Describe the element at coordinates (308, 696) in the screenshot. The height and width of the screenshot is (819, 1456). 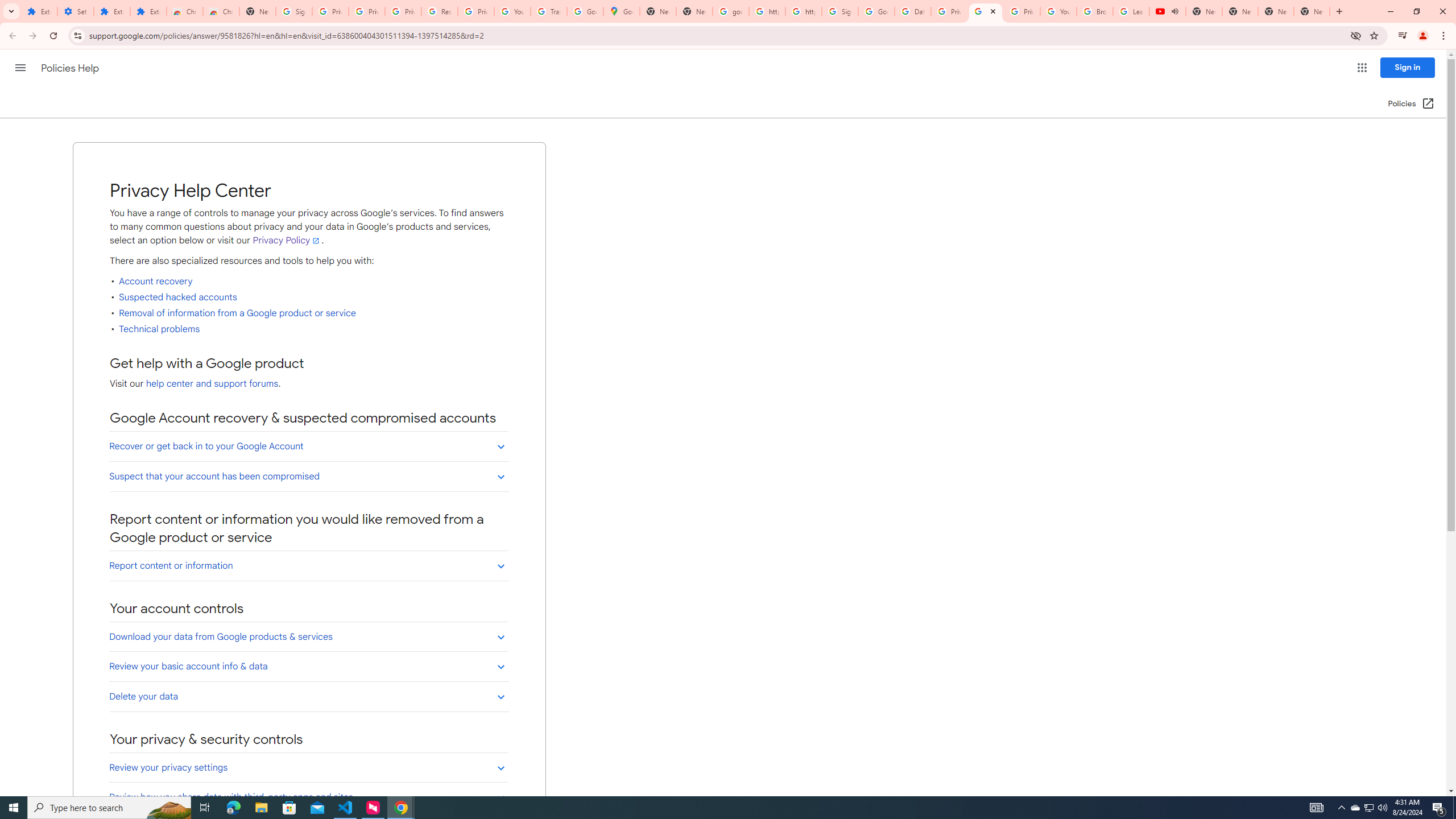
I see `'Delete your data'` at that location.